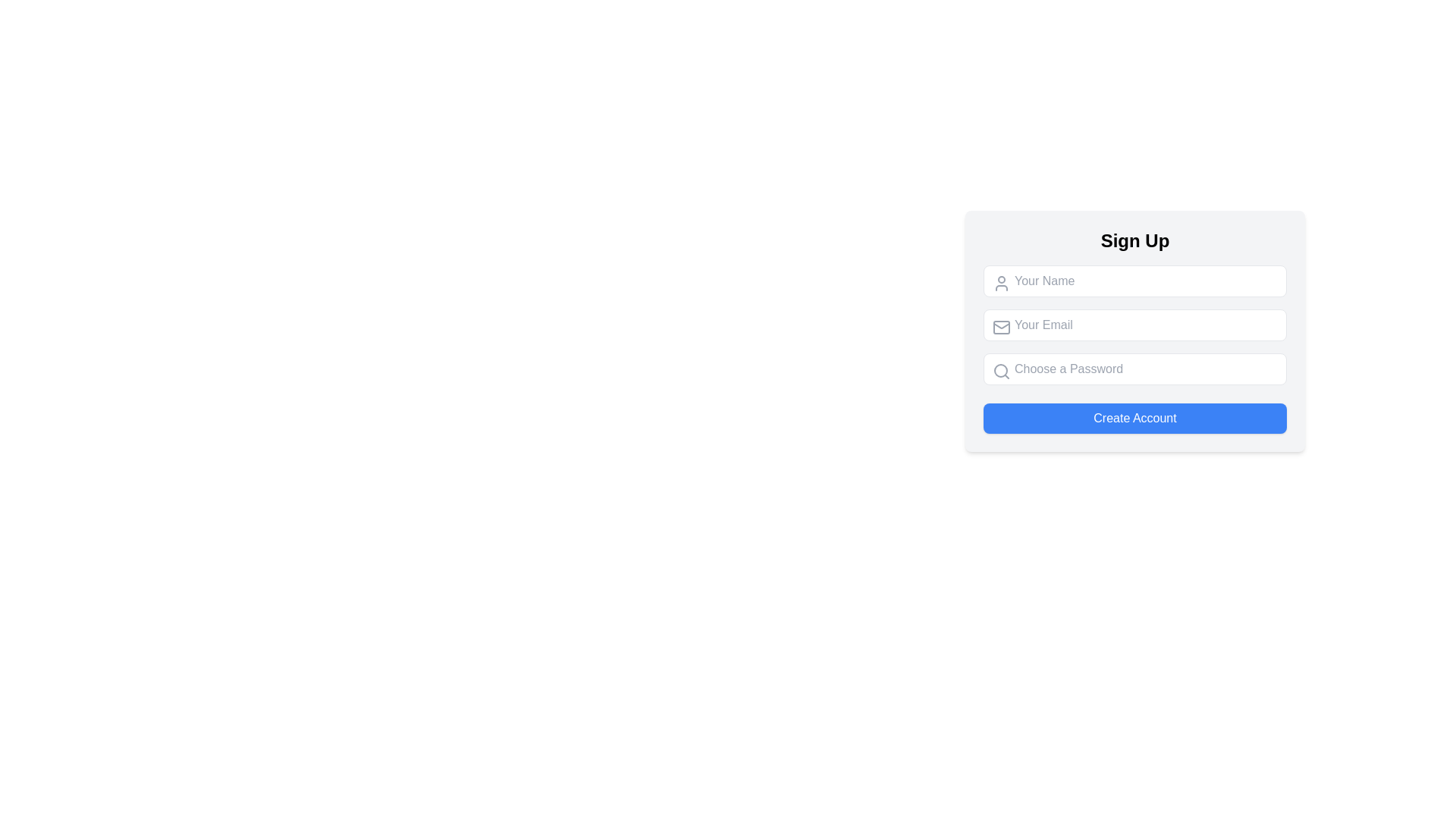 Image resolution: width=1456 pixels, height=819 pixels. What do you see at coordinates (1135, 281) in the screenshot?
I see `the first input field for entering the user's name in the 'Sign Up' form to focus it` at bounding box center [1135, 281].